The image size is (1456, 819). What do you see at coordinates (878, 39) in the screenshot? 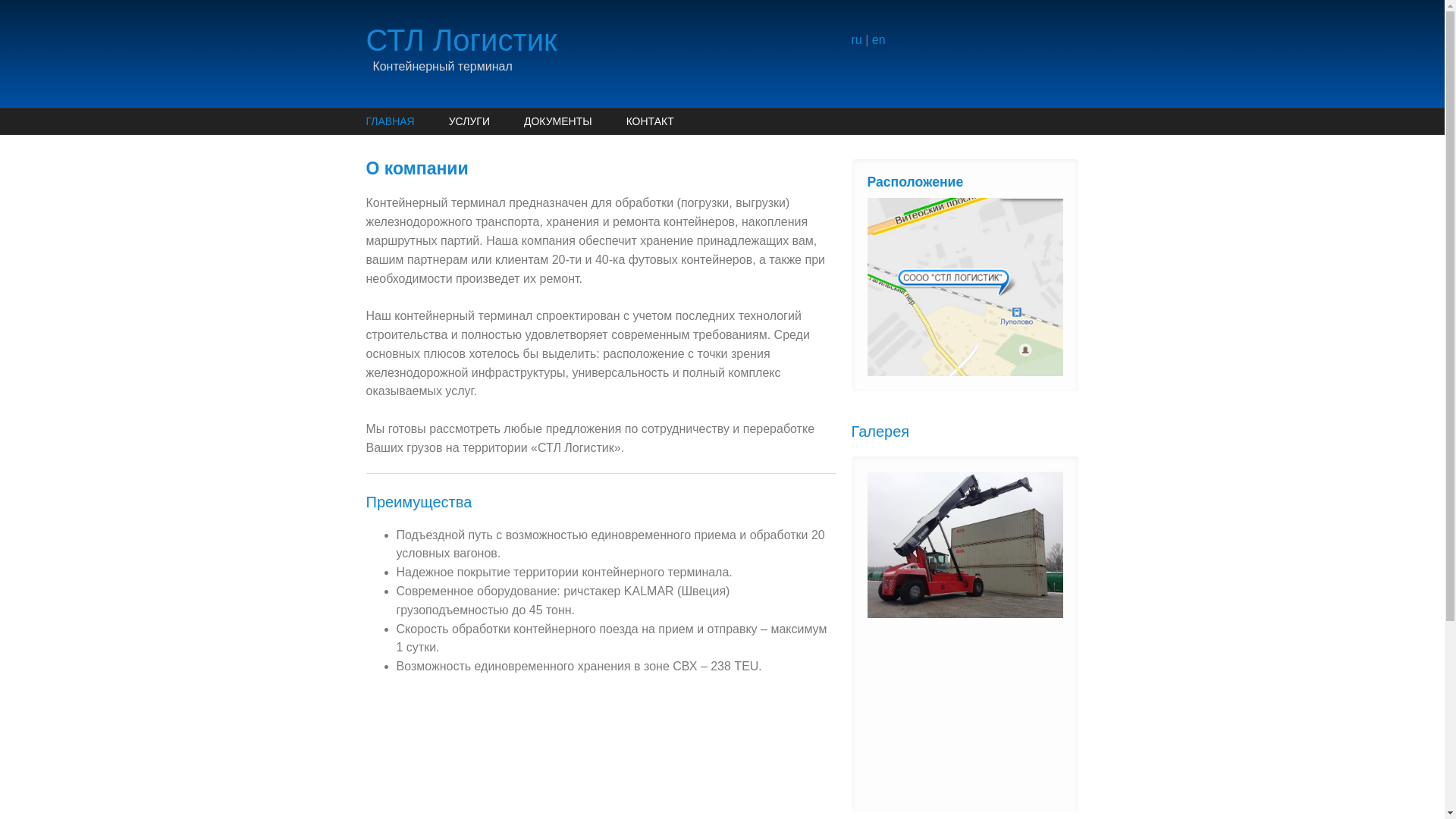
I see `'en'` at bounding box center [878, 39].